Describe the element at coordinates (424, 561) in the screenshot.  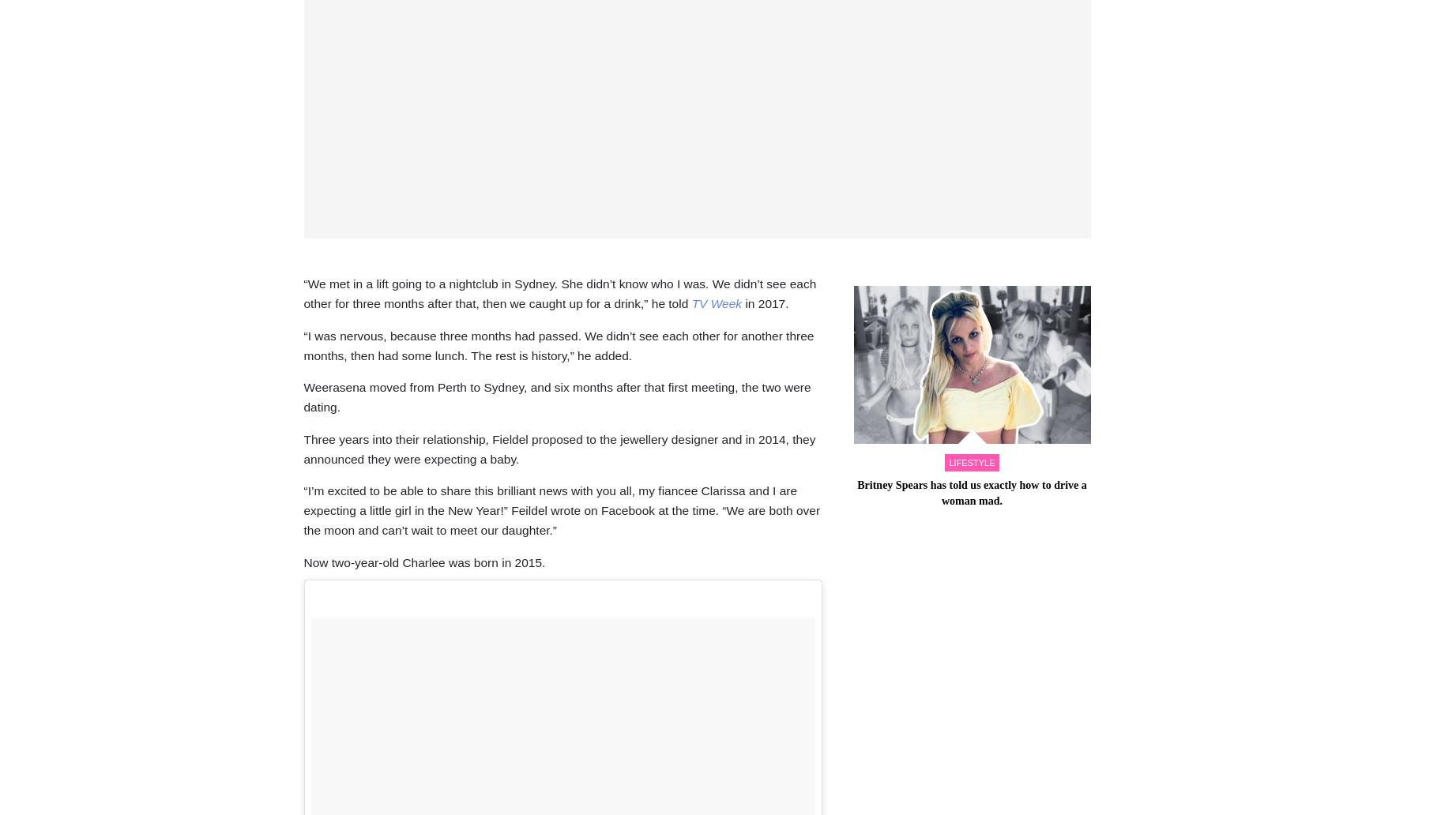
I see `'Now two-year-old Charlee was born in 2015.'` at that location.